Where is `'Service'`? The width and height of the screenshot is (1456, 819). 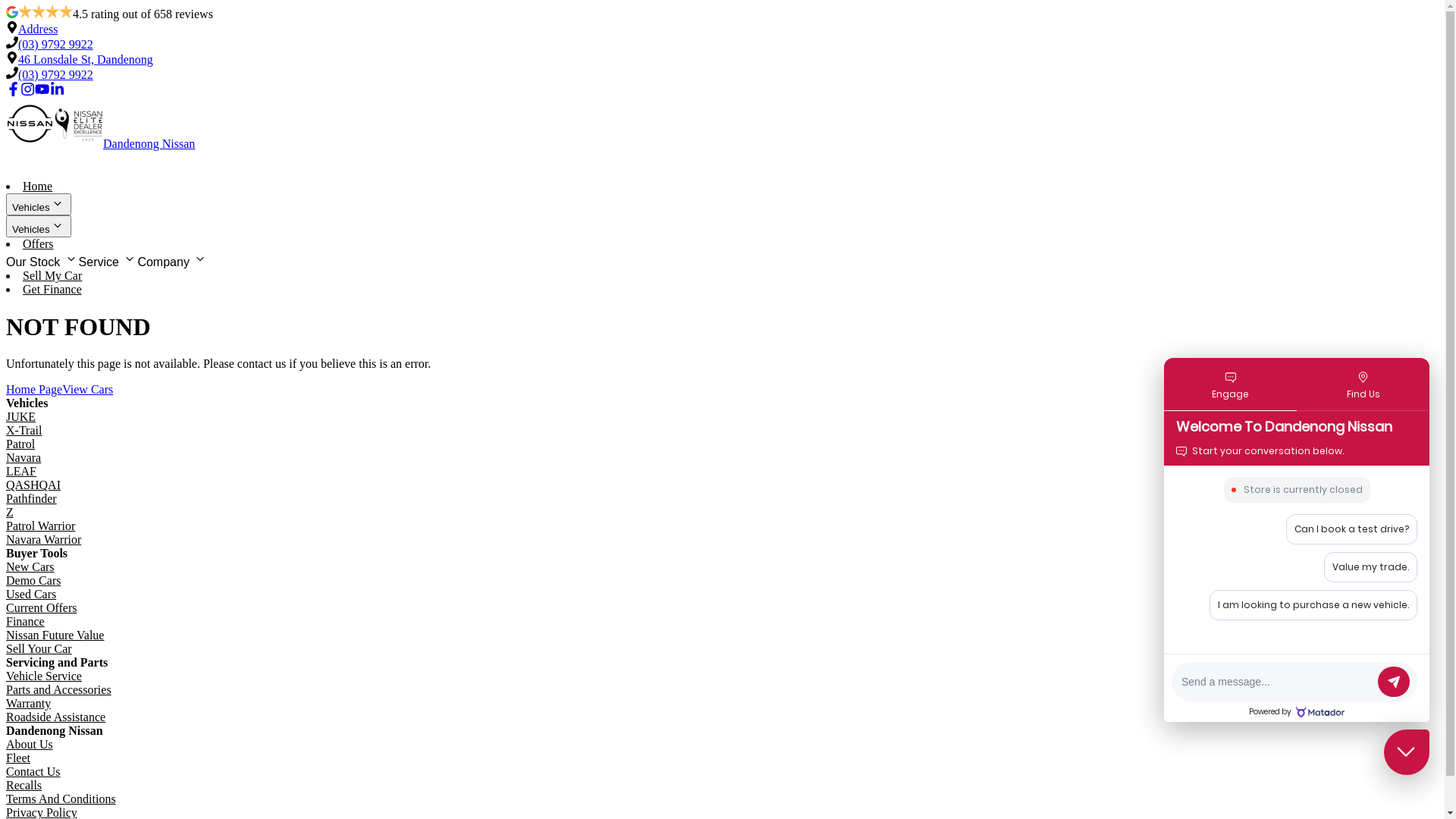 'Service' is located at coordinates (78, 259).